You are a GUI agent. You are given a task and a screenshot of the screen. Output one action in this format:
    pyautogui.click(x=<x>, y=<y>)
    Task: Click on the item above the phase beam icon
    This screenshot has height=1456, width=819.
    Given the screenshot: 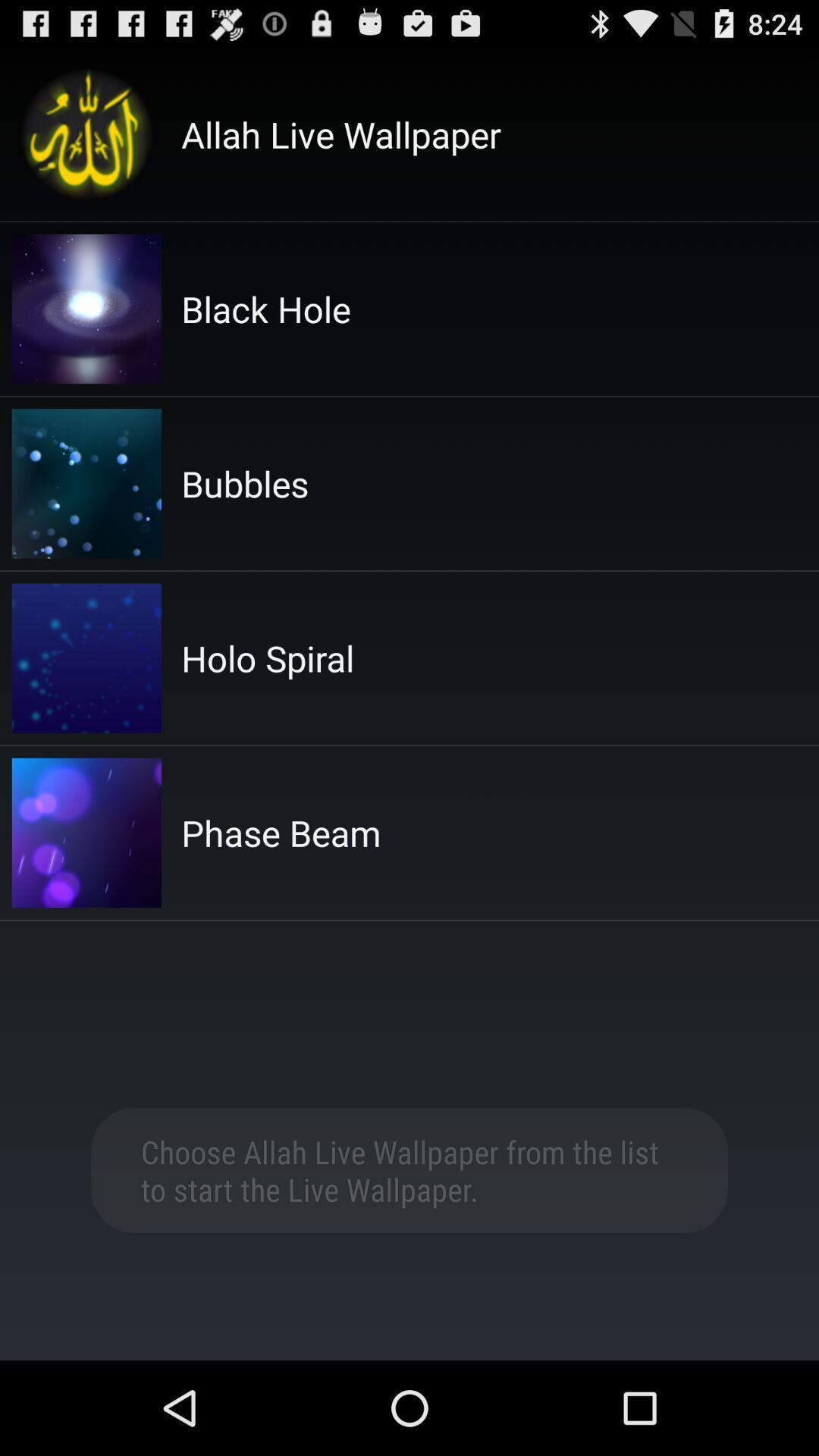 What is the action you would take?
    pyautogui.click(x=267, y=658)
    